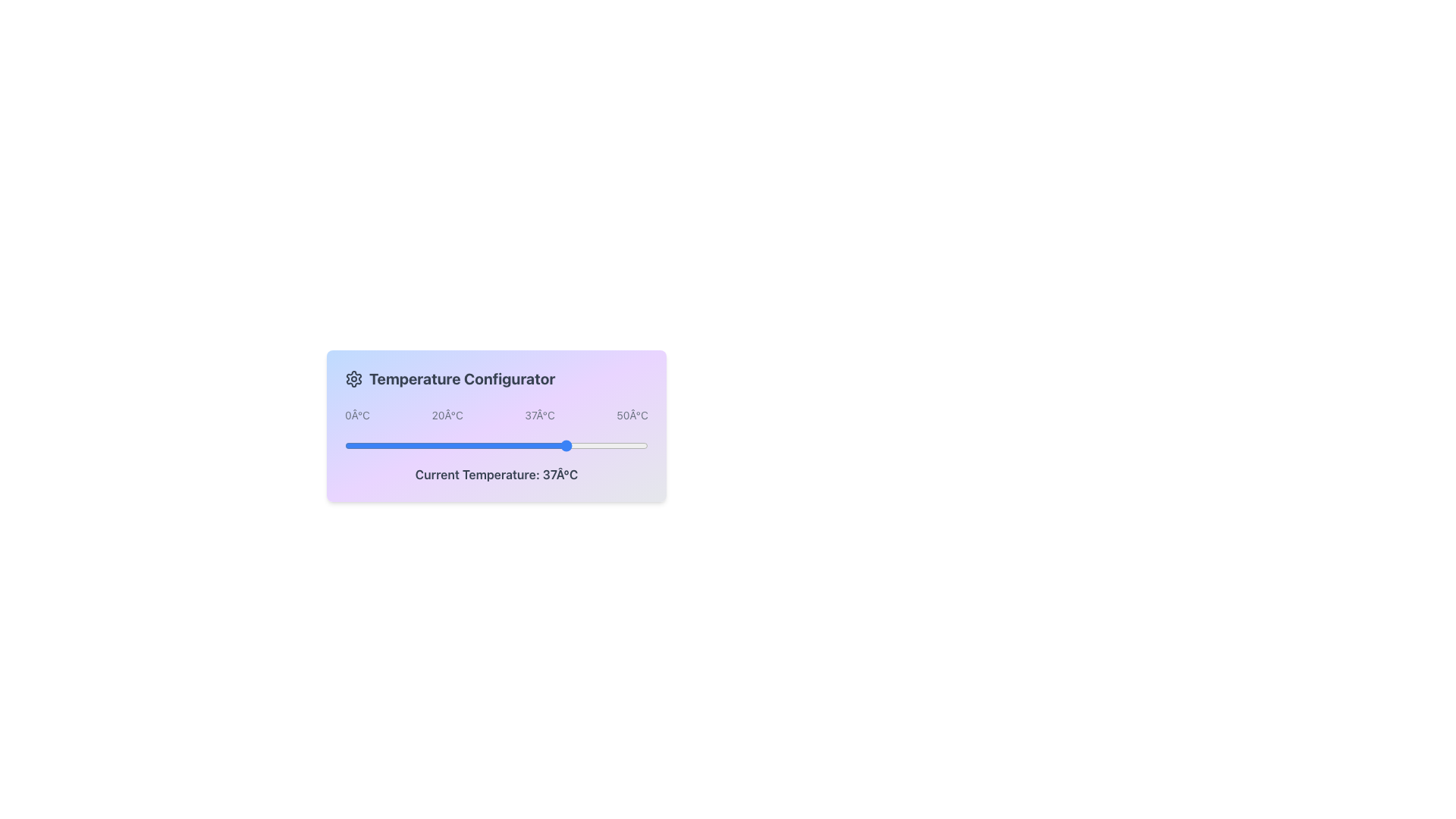 Image resolution: width=1456 pixels, height=819 pixels. What do you see at coordinates (447, 415) in the screenshot?
I see `the static text label displaying '20°C', which is the second item in a group of temperature markers` at bounding box center [447, 415].